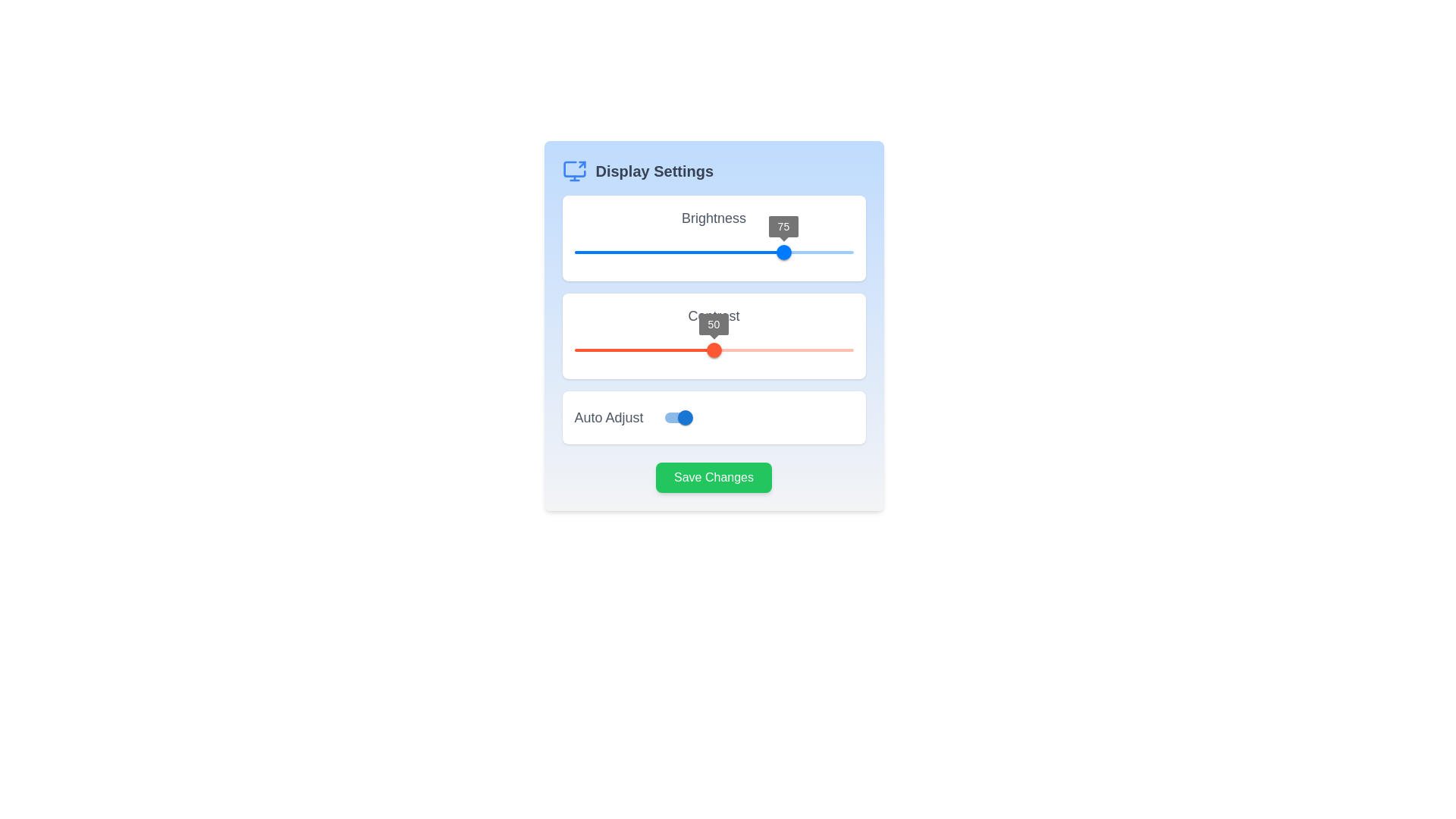  What do you see at coordinates (713, 324) in the screenshot?
I see `value displayed in the gray rectangular tooltip showing the number 50, located above the red slider thumb in the 'Contrast' adjustment section` at bounding box center [713, 324].